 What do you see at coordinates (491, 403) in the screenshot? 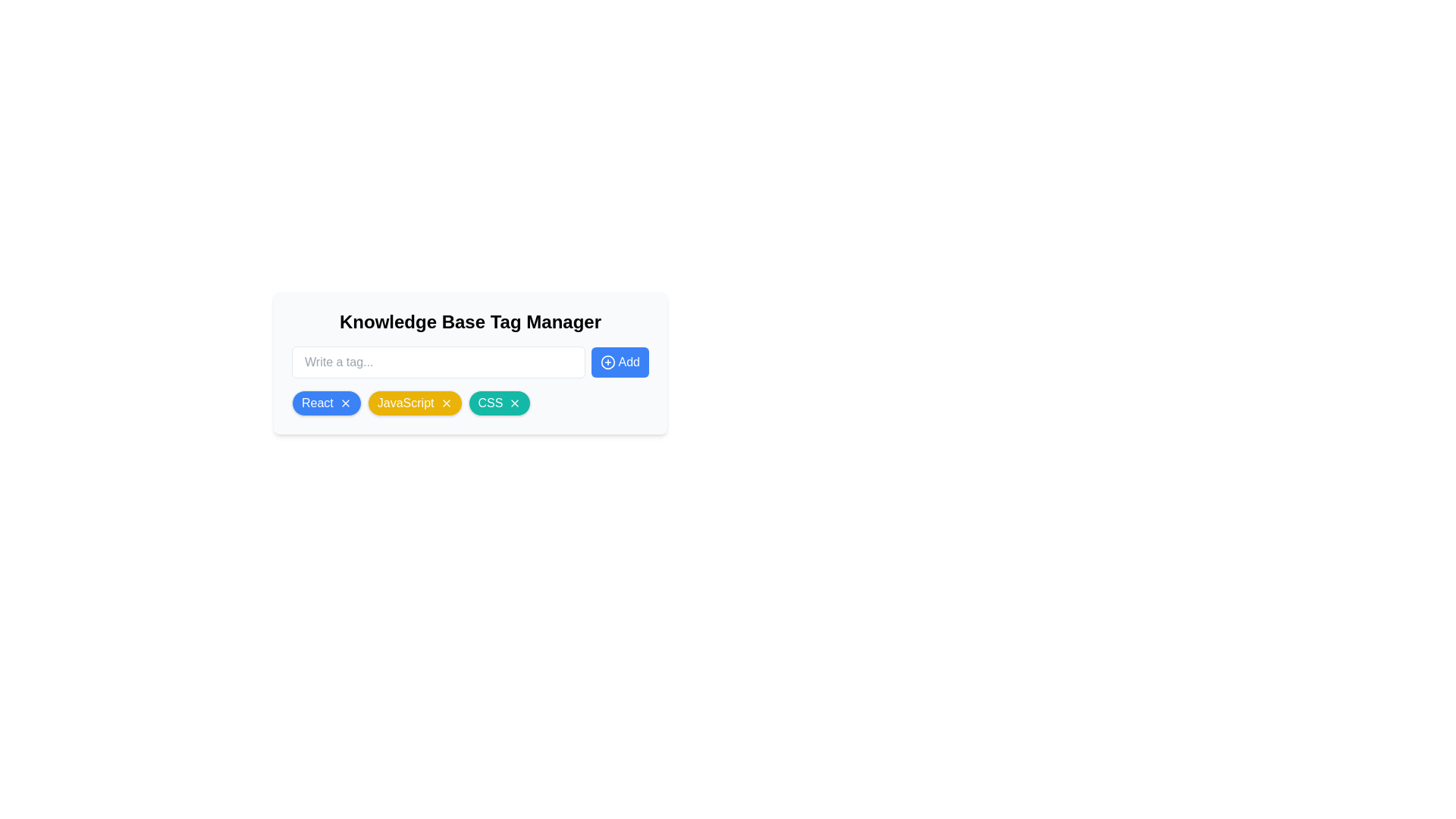
I see `the text label that identifies the 'CSS' tag, located towards the bottom-right of the tag, which serves as a category or keyword indicator` at bounding box center [491, 403].